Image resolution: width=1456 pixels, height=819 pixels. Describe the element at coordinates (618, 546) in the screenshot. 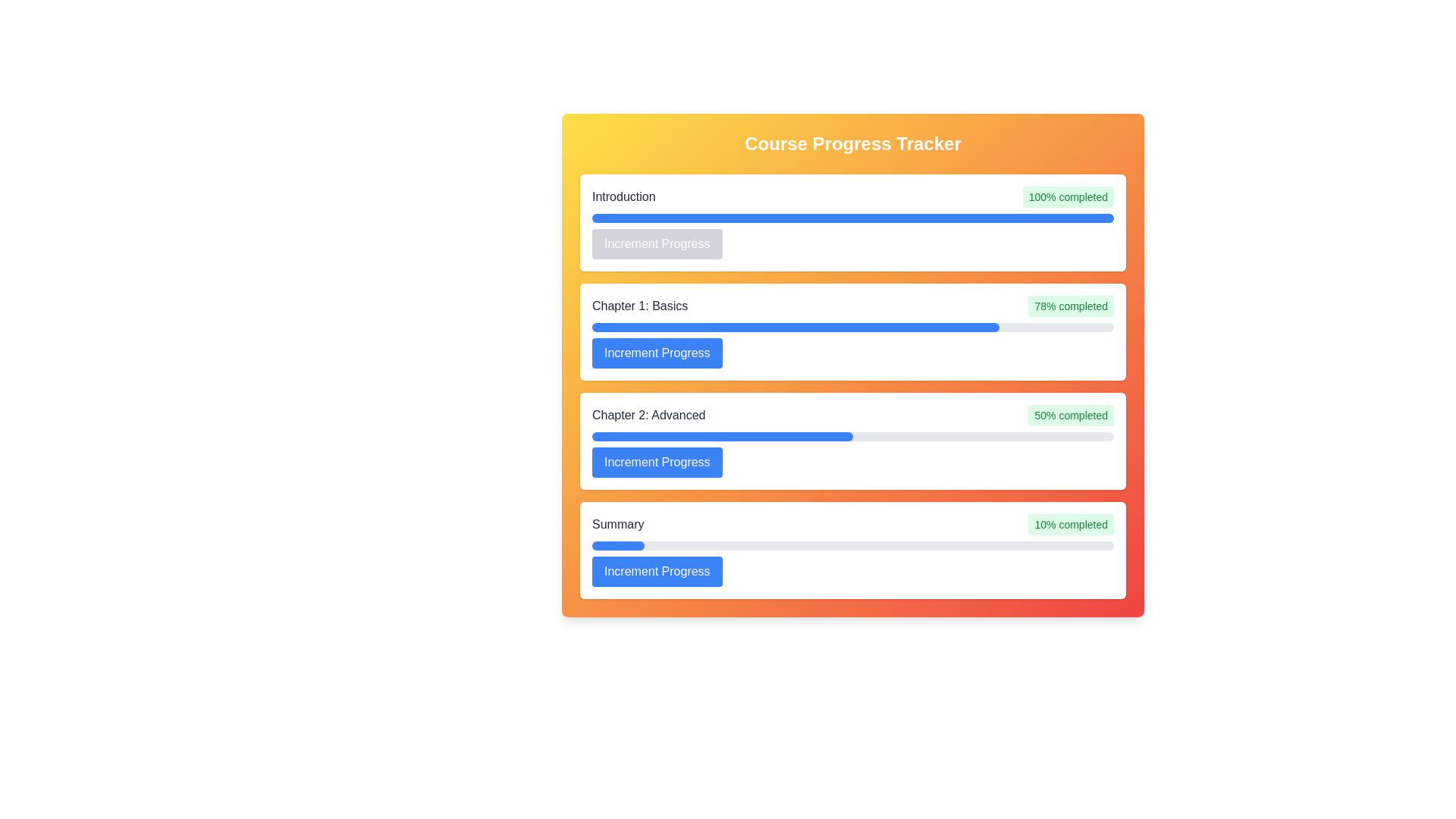

I see `the blue rounded progress bar segment located under the 'Summary' section of the interface, which represents the leftmost 10% of the progress indicator` at that location.